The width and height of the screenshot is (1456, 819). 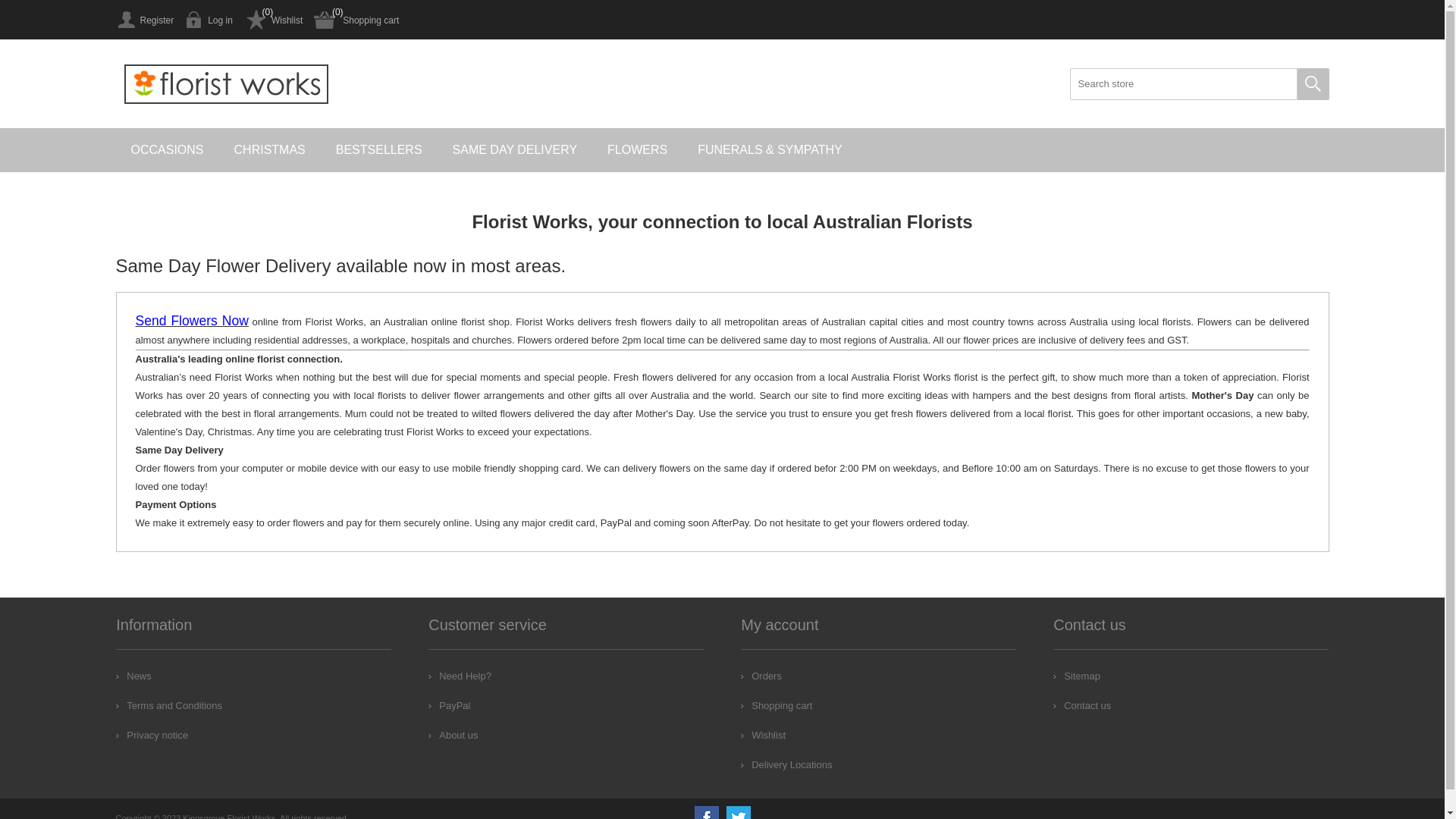 I want to click on 'Terms and Conditions', so click(x=168, y=705).